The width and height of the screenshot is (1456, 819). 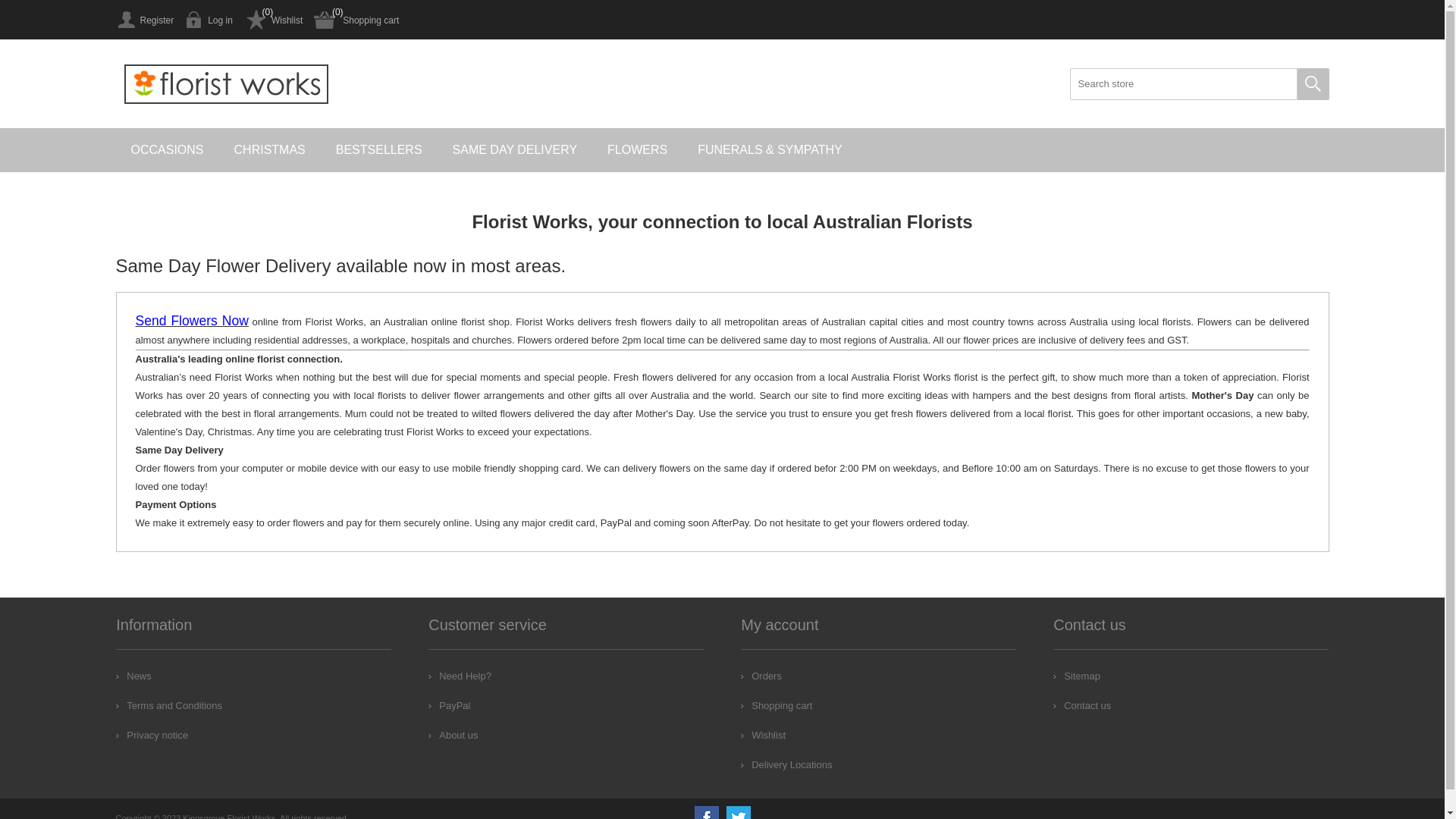 I want to click on 'Terms and Conditions', so click(x=168, y=705).